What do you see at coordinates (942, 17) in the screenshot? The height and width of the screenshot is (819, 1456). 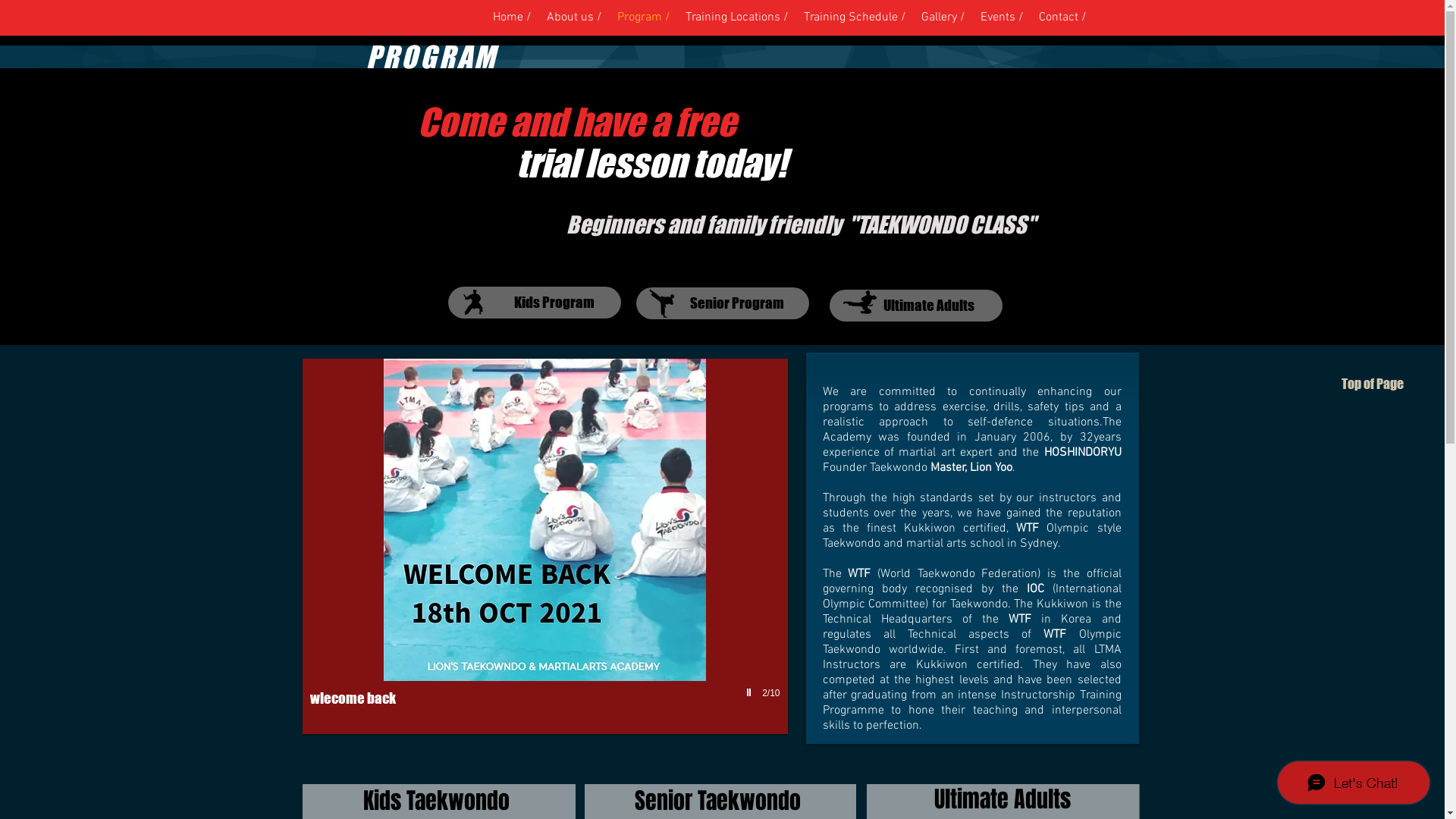 I see `'Gallery /'` at bounding box center [942, 17].